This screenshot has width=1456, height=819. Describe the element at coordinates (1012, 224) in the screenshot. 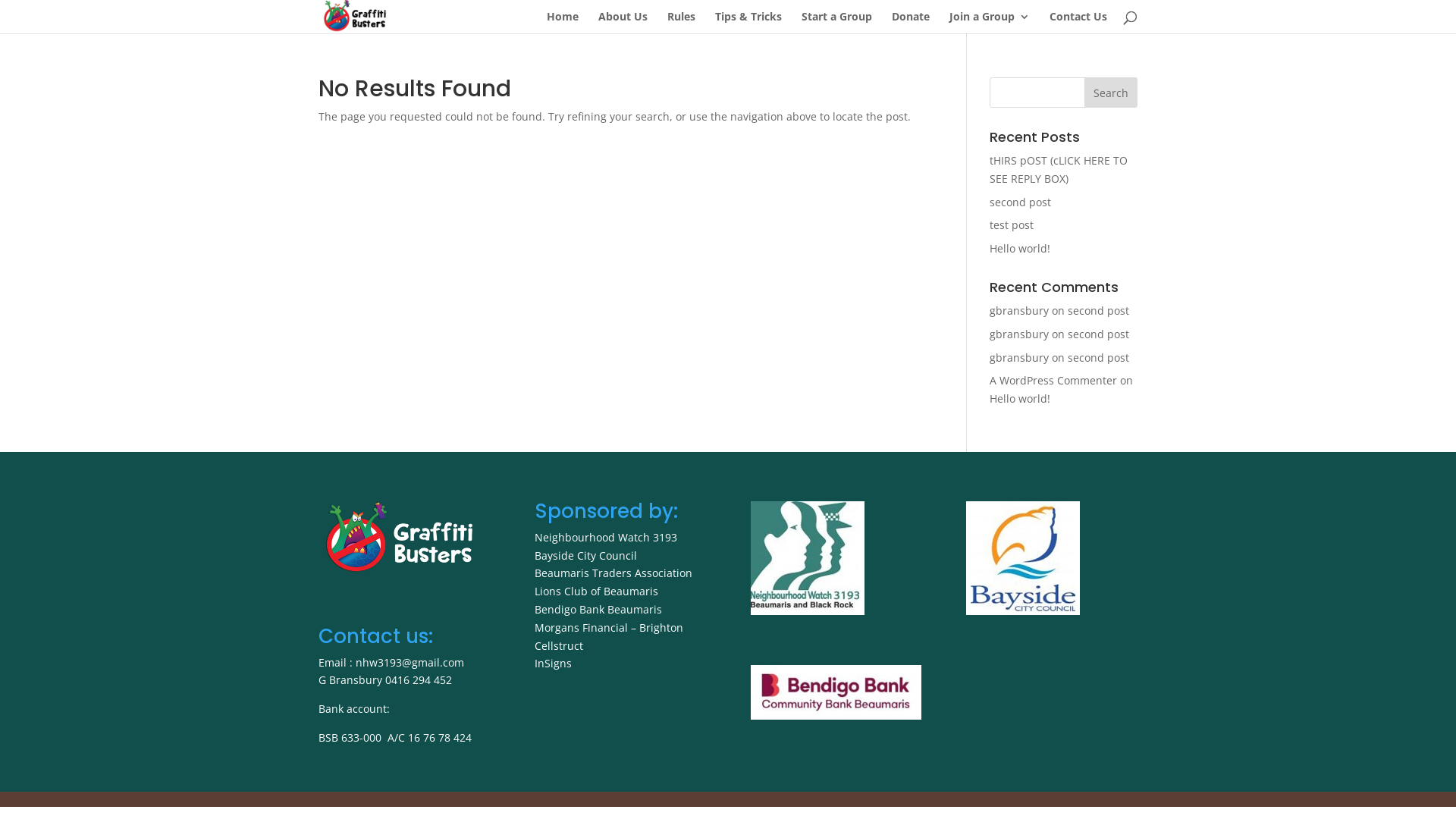

I see `'test post'` at that location.